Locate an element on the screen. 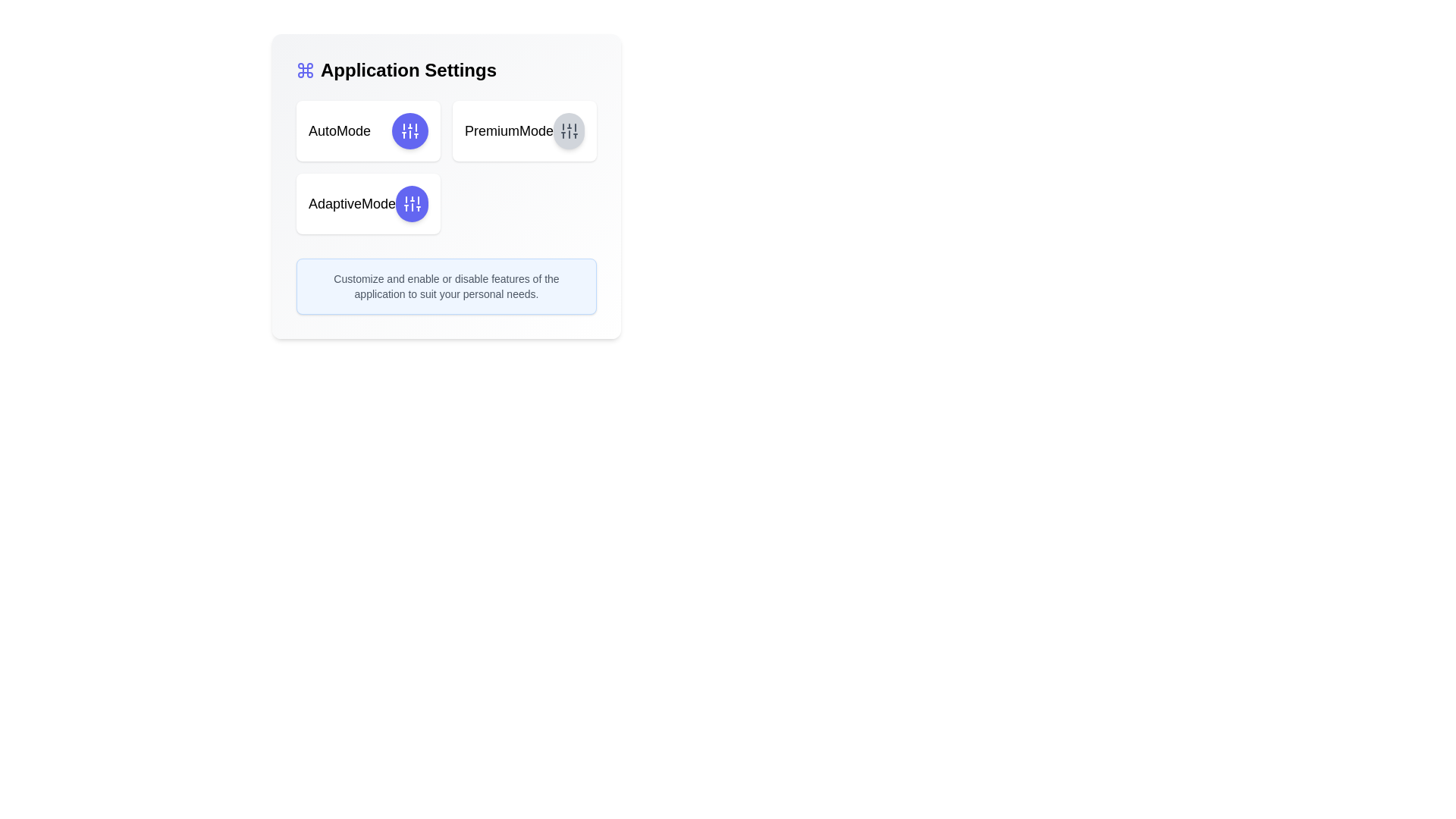 This screenshot has width=1456, height=819. the circular button with a blue background and white vertical sliders icon located in the 'autoMode' section, which is the first button in the grid, to observe the hover animation is located at coordinates (410, 130).